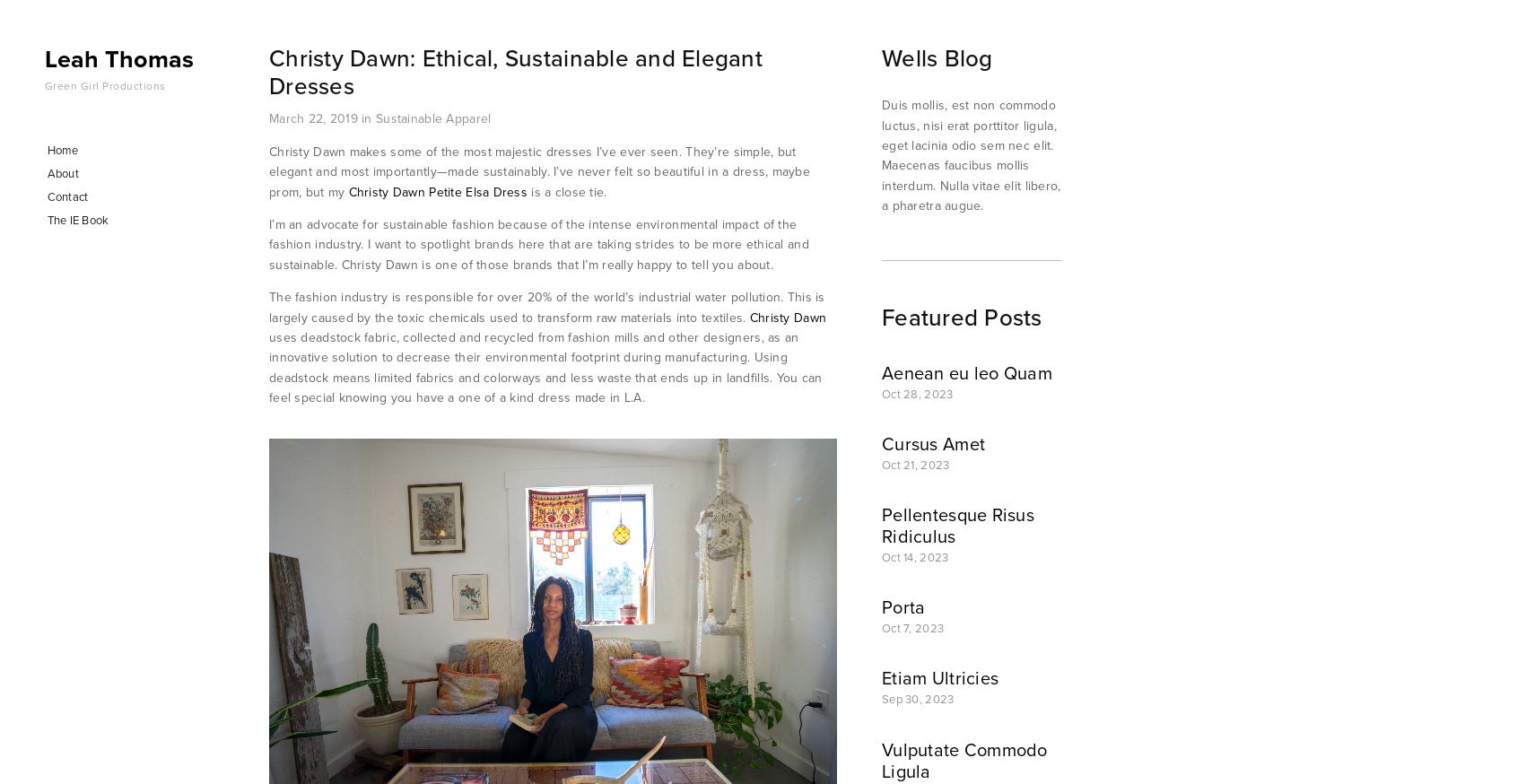 The height and width of the screenshot is (784, 1526). What do you see at coordinates (882, 371) in the screenshot?
I see `'Aenean eu leo Quam'` at bounding box center [882, 371].